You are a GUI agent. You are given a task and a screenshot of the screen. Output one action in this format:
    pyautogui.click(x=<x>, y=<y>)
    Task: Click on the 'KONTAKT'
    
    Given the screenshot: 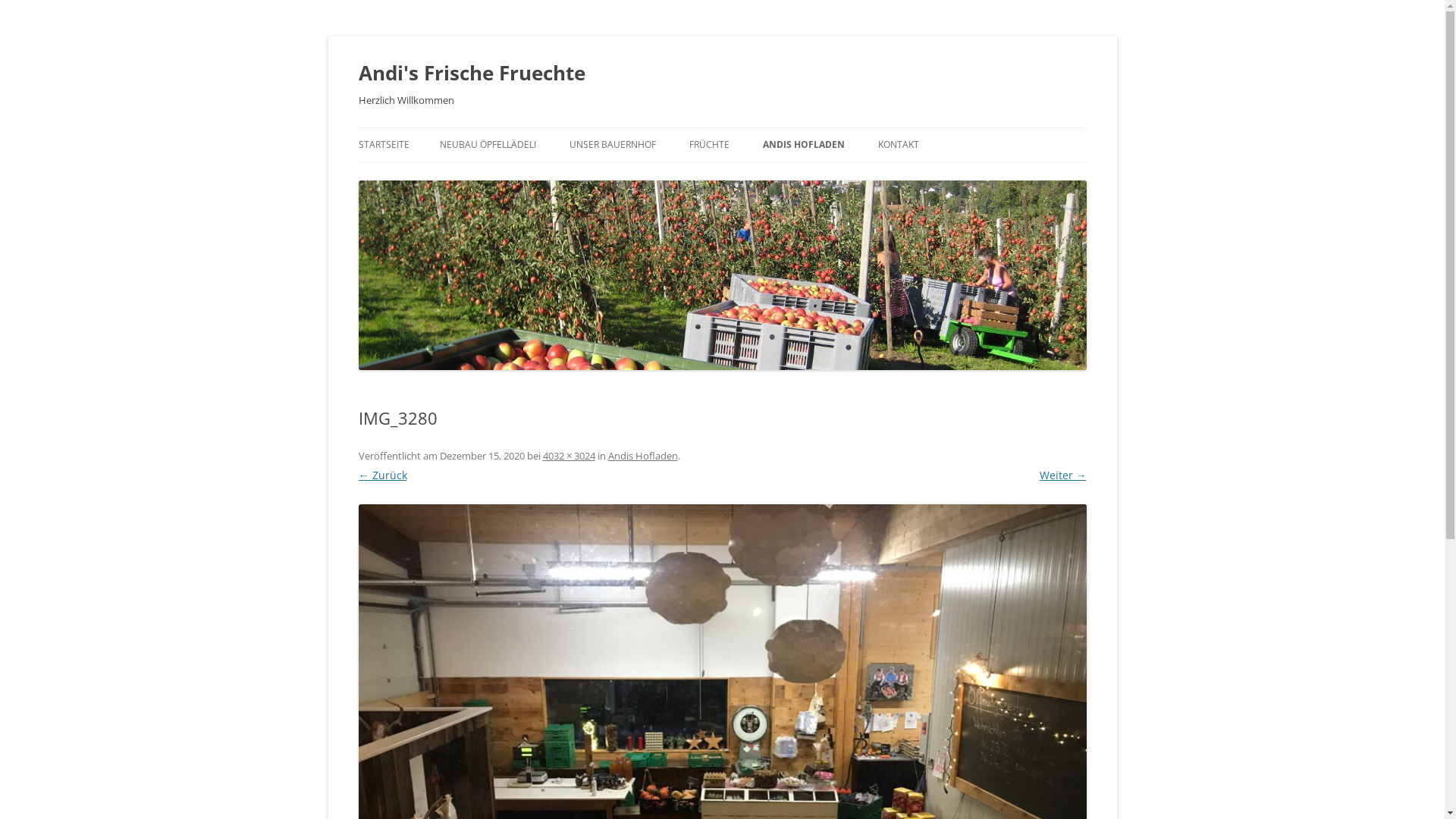 What is the action you would take?
    pyautogui.click(x=899, y=145)
    